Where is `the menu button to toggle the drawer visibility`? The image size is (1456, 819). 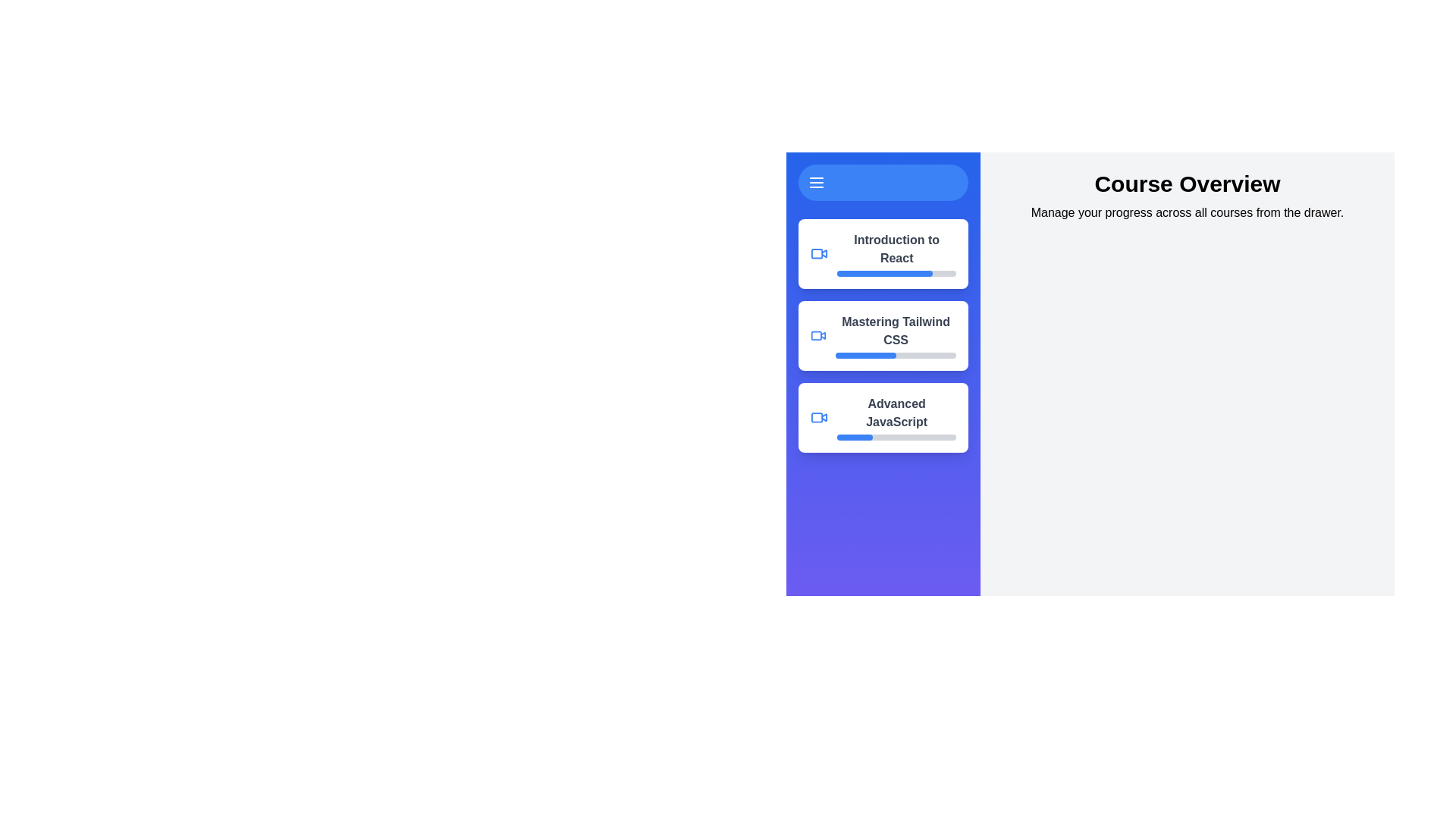
the menu button to toggle the drawer visibility is located at coordinates (883, 181).